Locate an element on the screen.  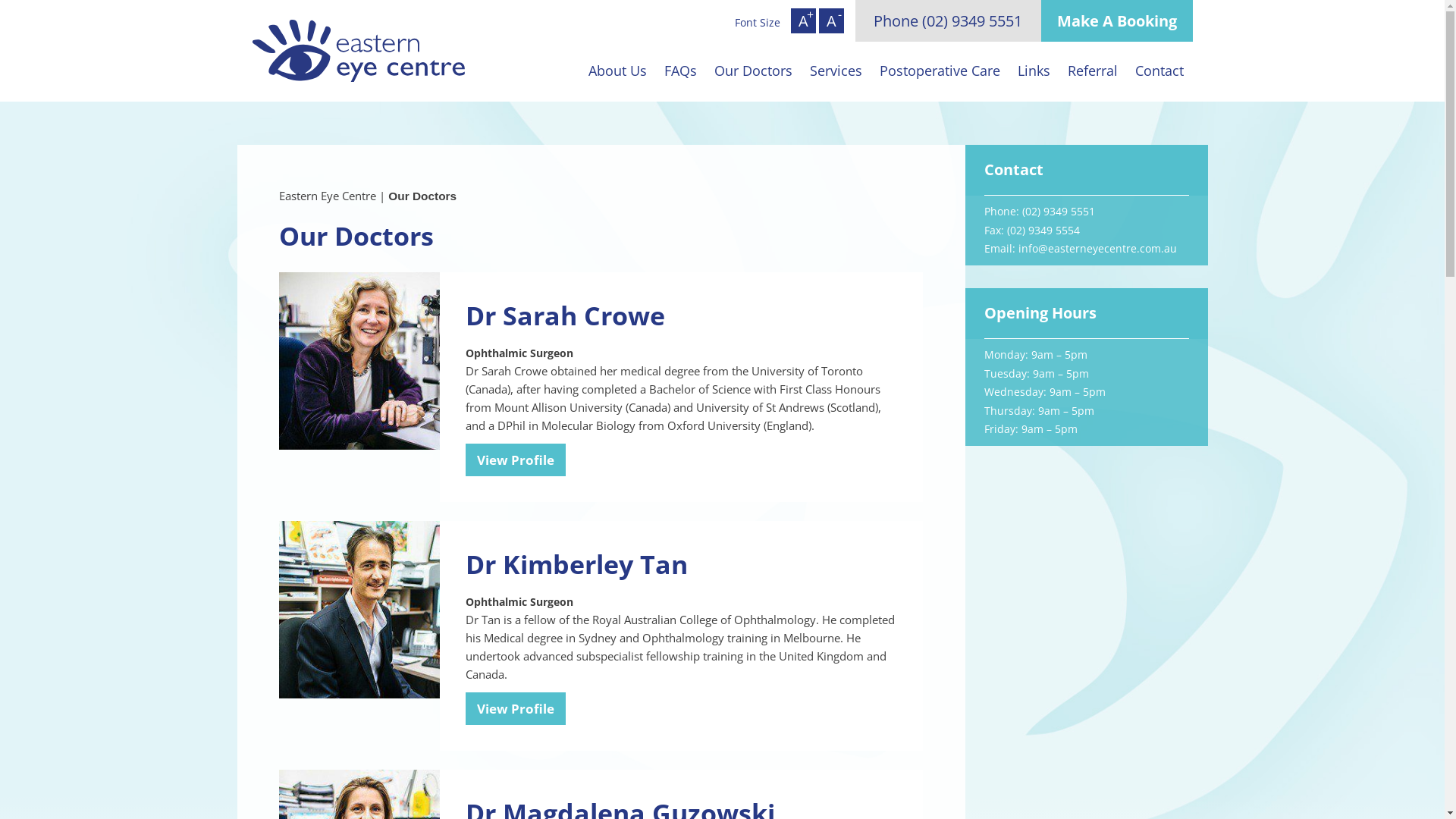
'FAQs' is located at coordinates (655, 70).